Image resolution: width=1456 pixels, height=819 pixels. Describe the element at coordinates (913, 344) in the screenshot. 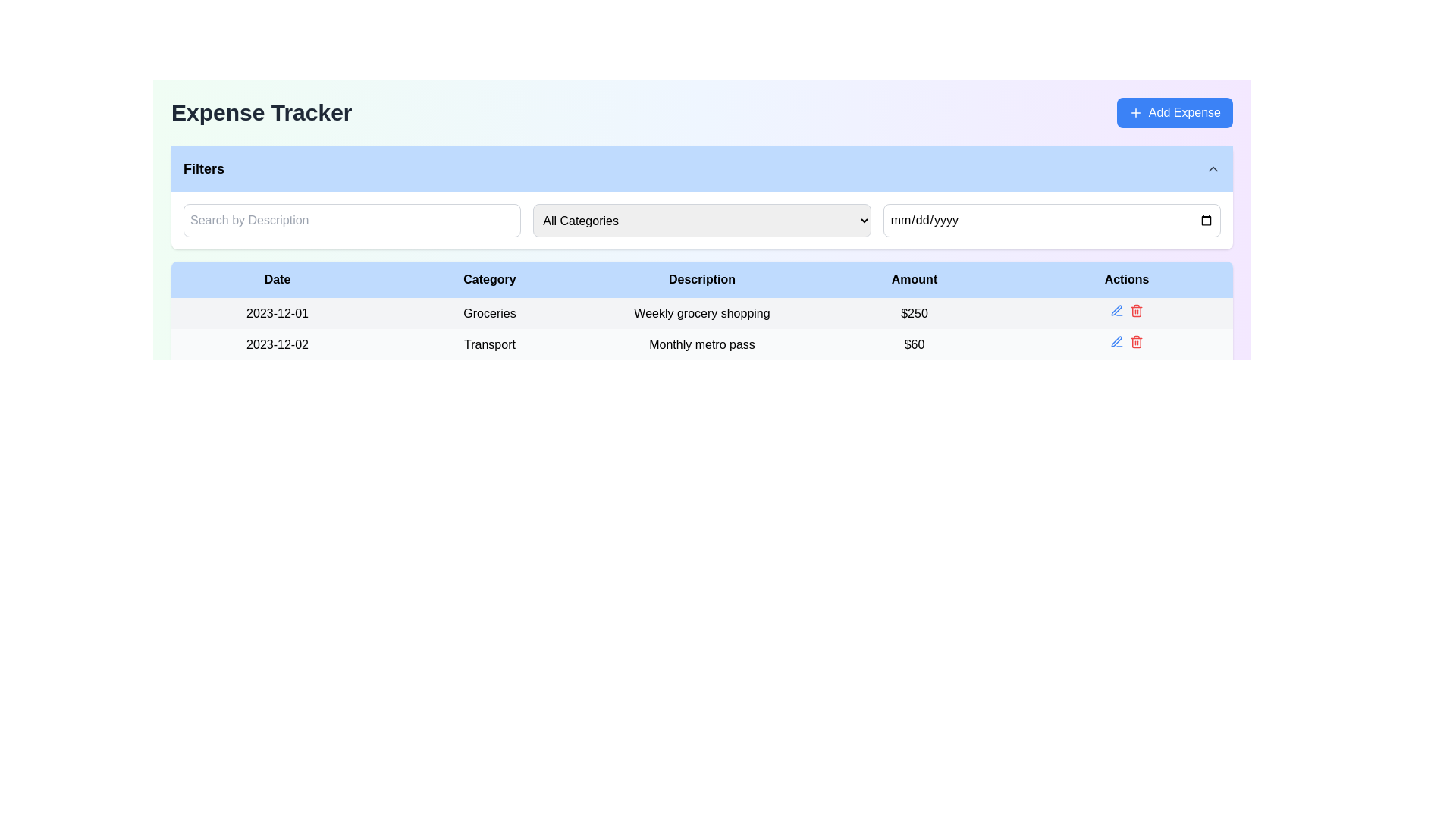

I see `the label displaying the monetary amount for the 'Monthly metro pass' expense, located in the fourth column of the transport expense table` at that location.